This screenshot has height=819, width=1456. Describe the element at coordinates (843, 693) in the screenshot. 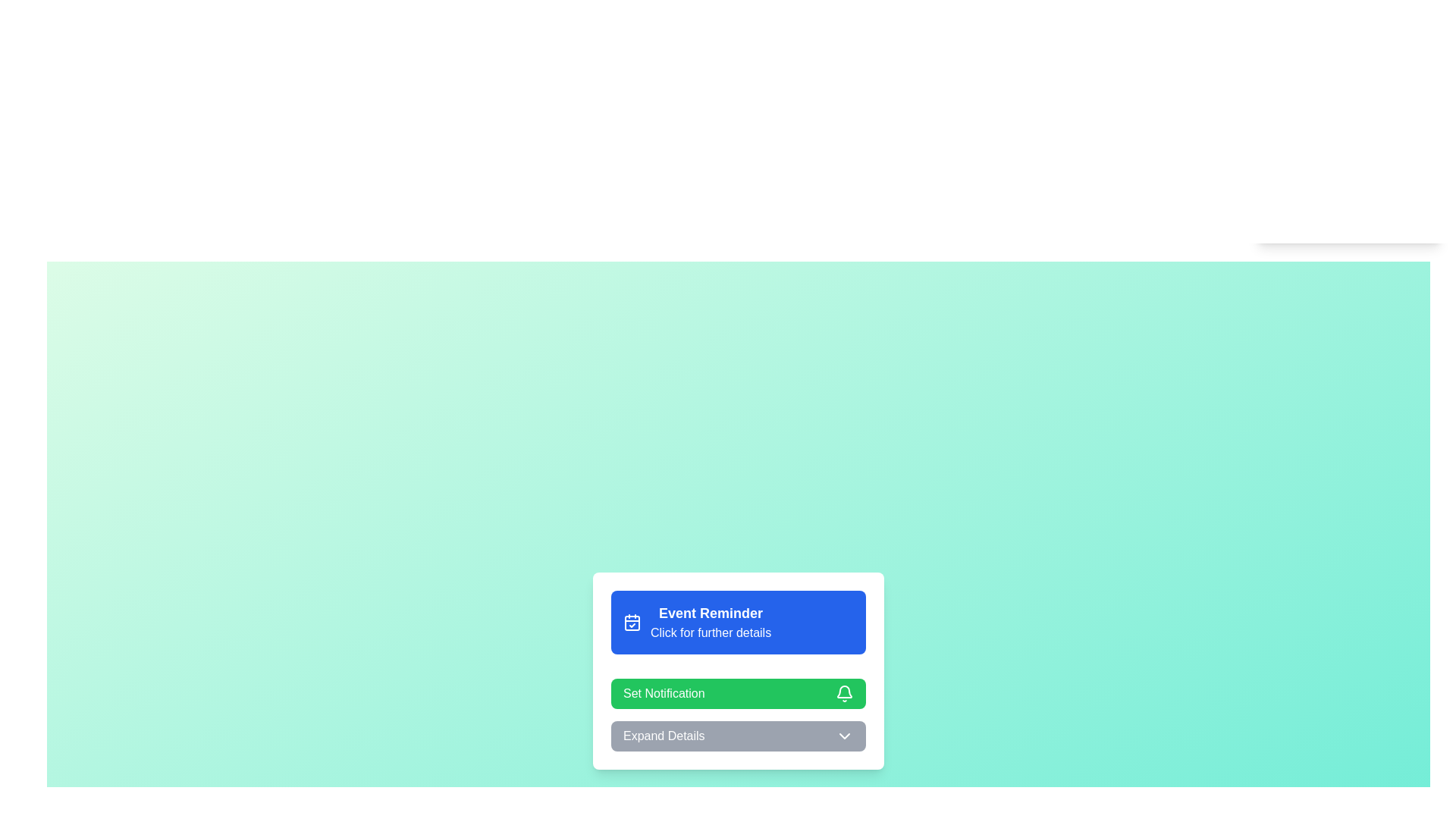

I see `the bell-shaped icon located directly to the right of the 'Set Notification' button` at that location.